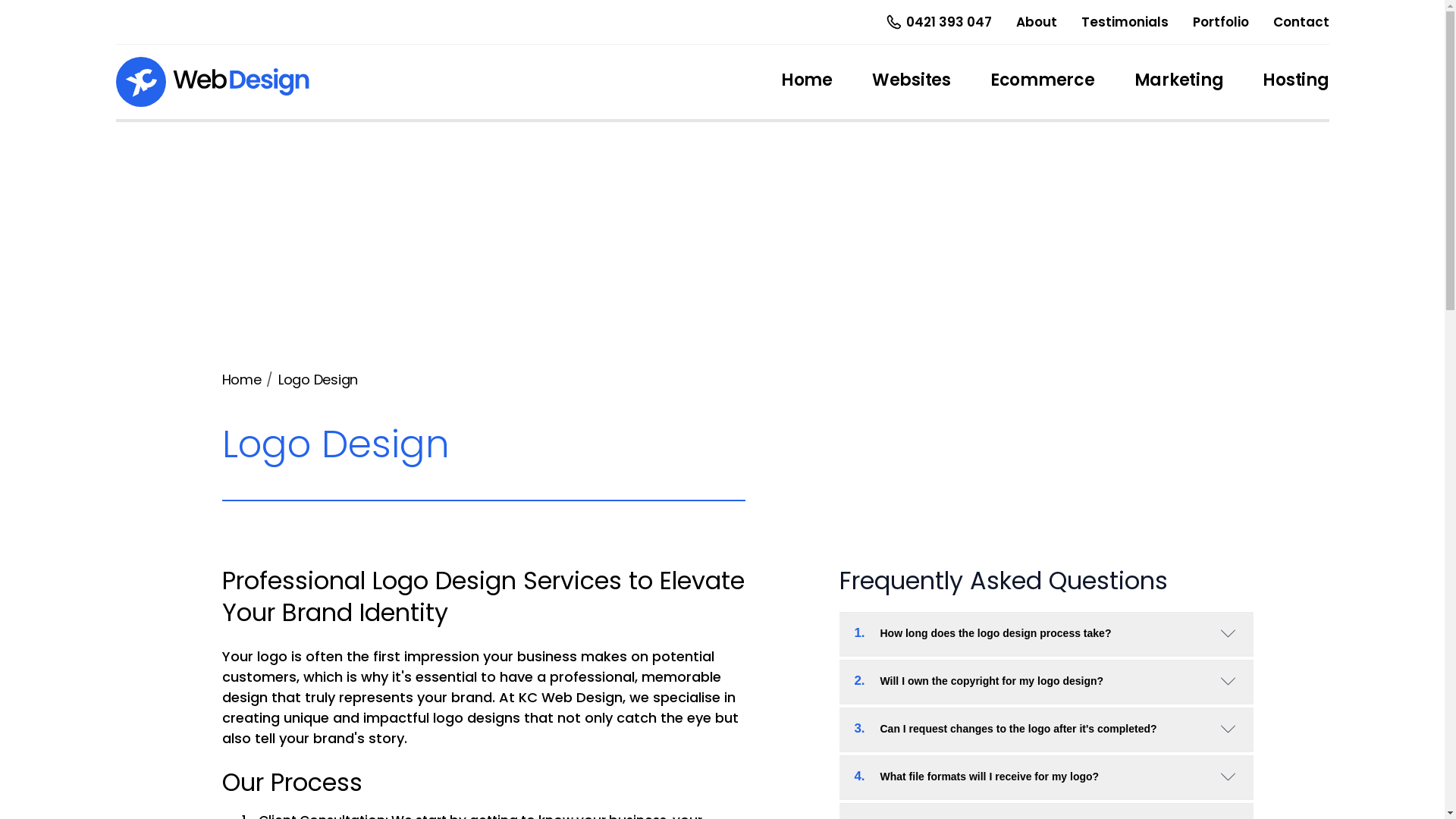 The height and width of the screenshot is (819, 1456). I want to click on 'Home', so click(240, 378).